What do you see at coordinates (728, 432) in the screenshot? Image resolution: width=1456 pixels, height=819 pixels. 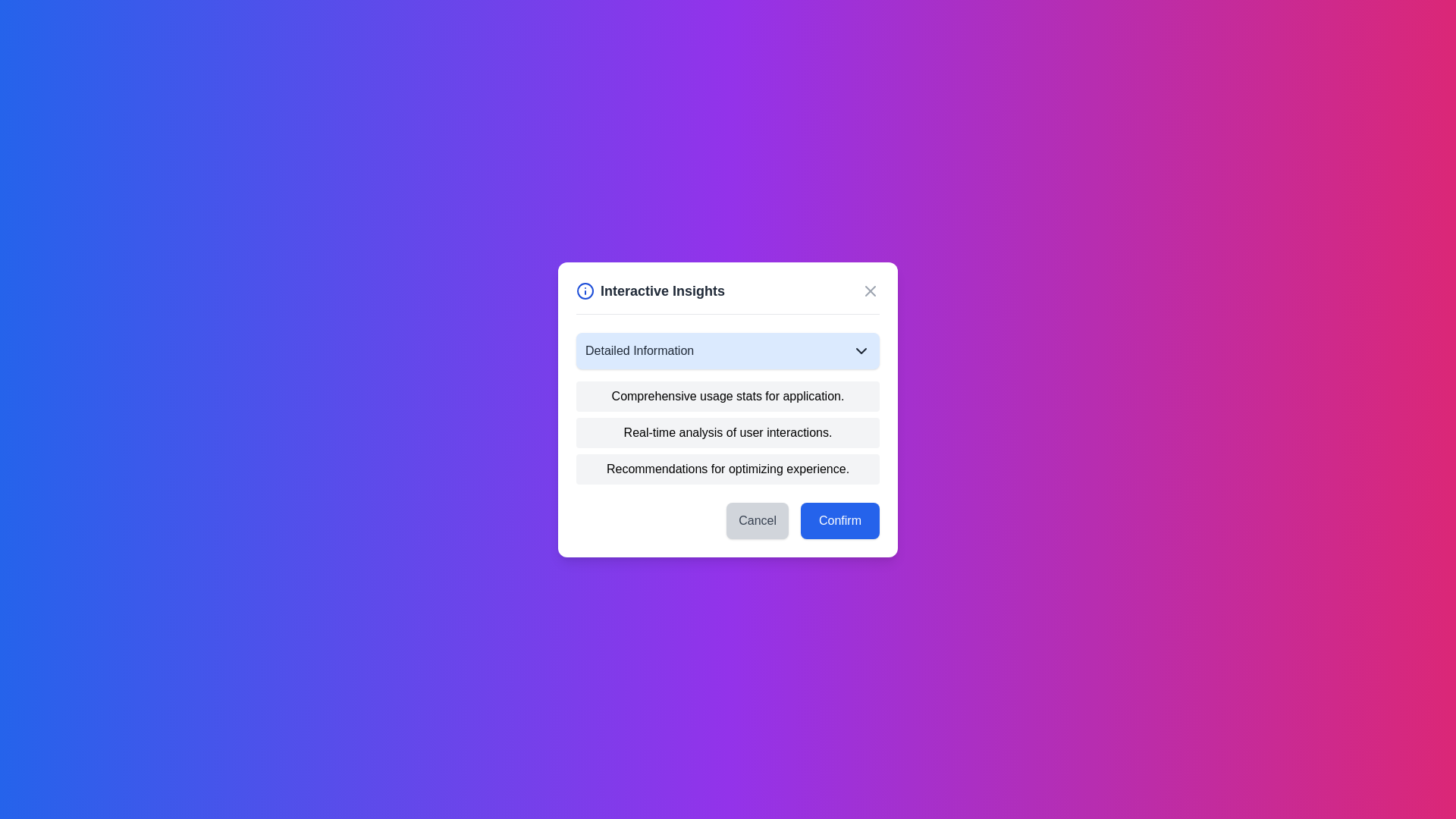 I see `the static text label that provides textual information, located between 'Comprehensive usage stats for application.' and 'Recommendations for optimizing experience.'` at bounding box center [728, 432].